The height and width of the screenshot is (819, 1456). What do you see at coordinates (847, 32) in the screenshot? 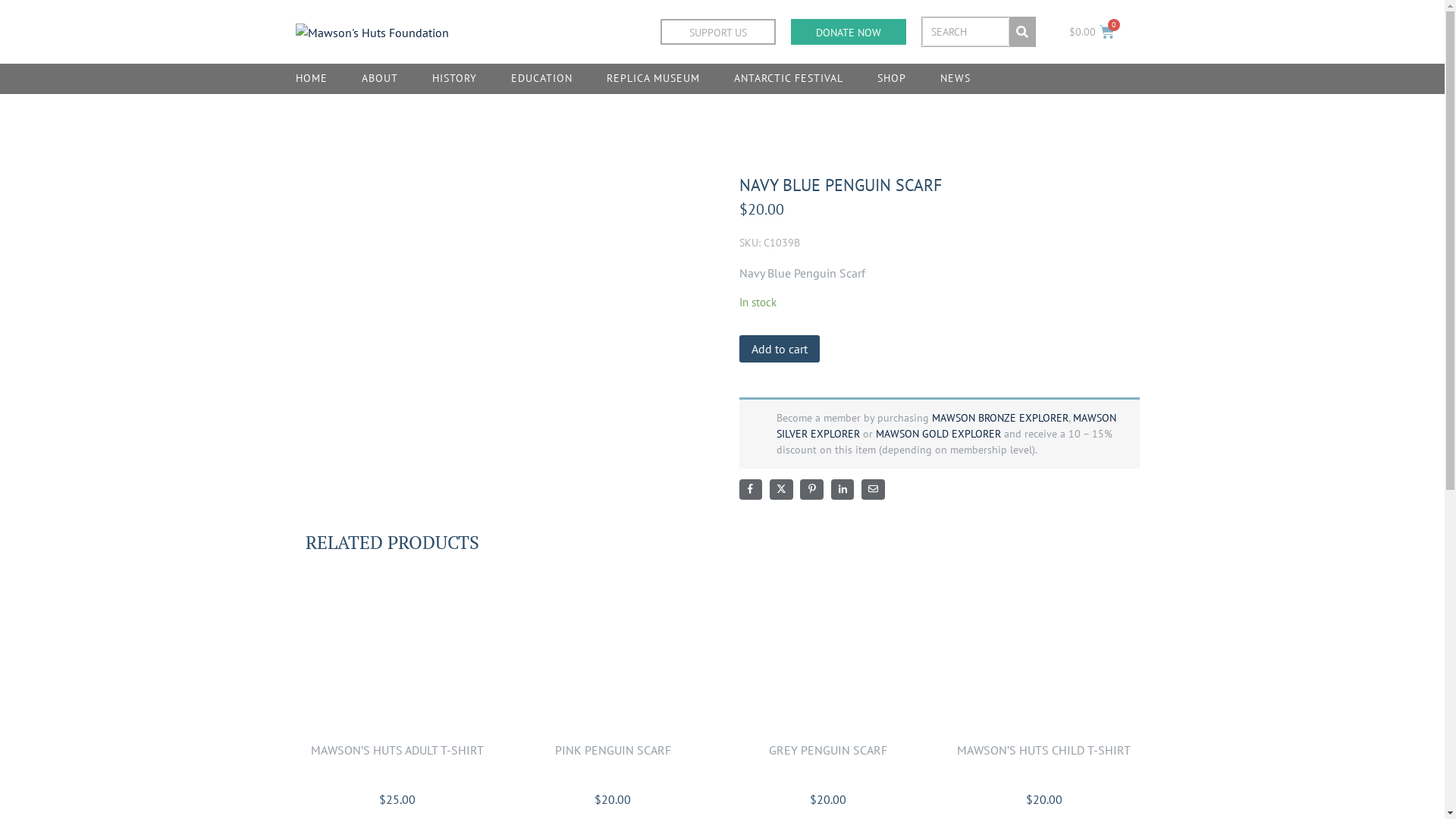
I see `'DONATE NOW'` at bounding box center [847, 32].